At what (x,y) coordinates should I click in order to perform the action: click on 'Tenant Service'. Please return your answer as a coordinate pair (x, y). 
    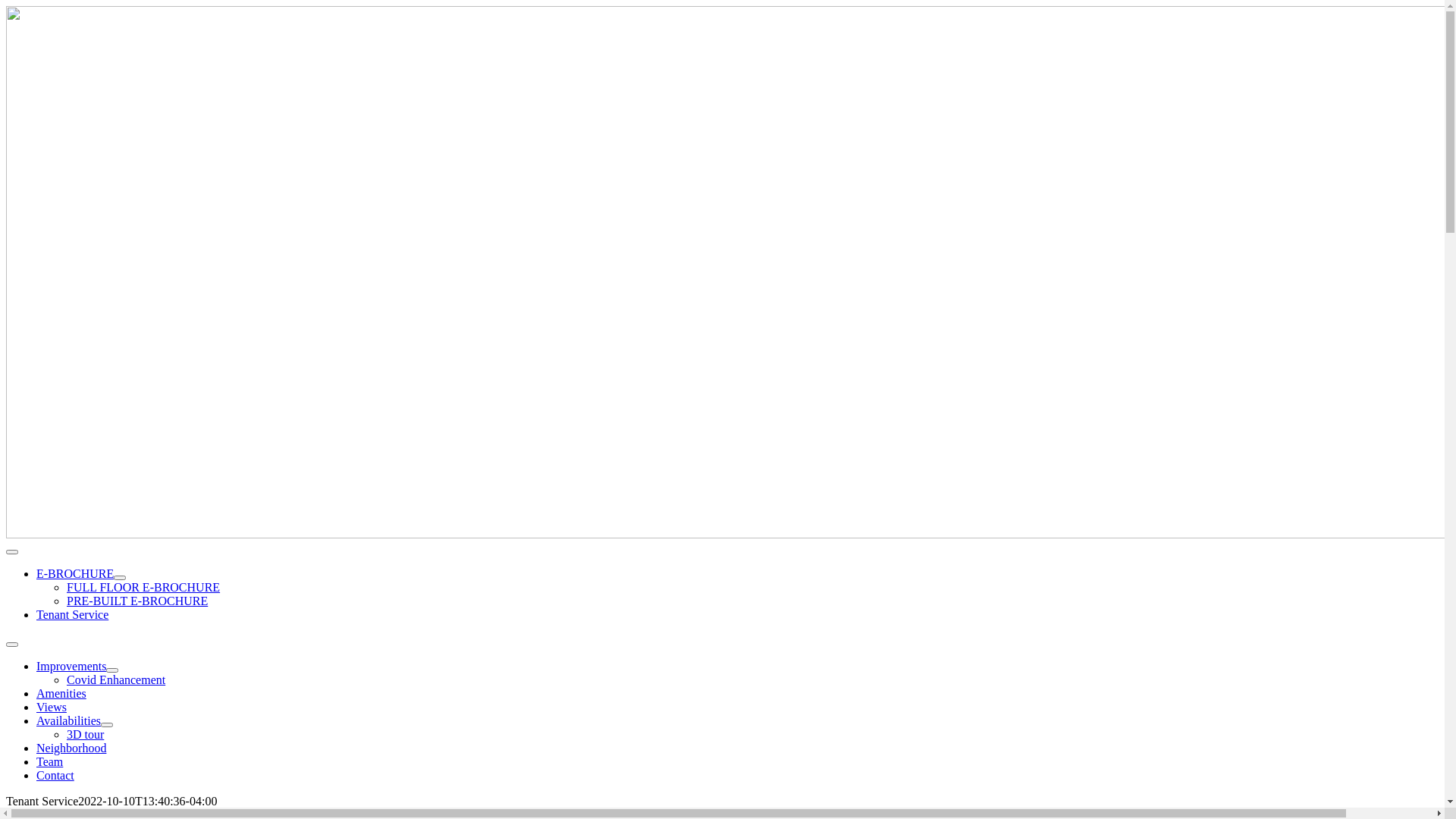
    Looking at the image, I should click on (71, 614).